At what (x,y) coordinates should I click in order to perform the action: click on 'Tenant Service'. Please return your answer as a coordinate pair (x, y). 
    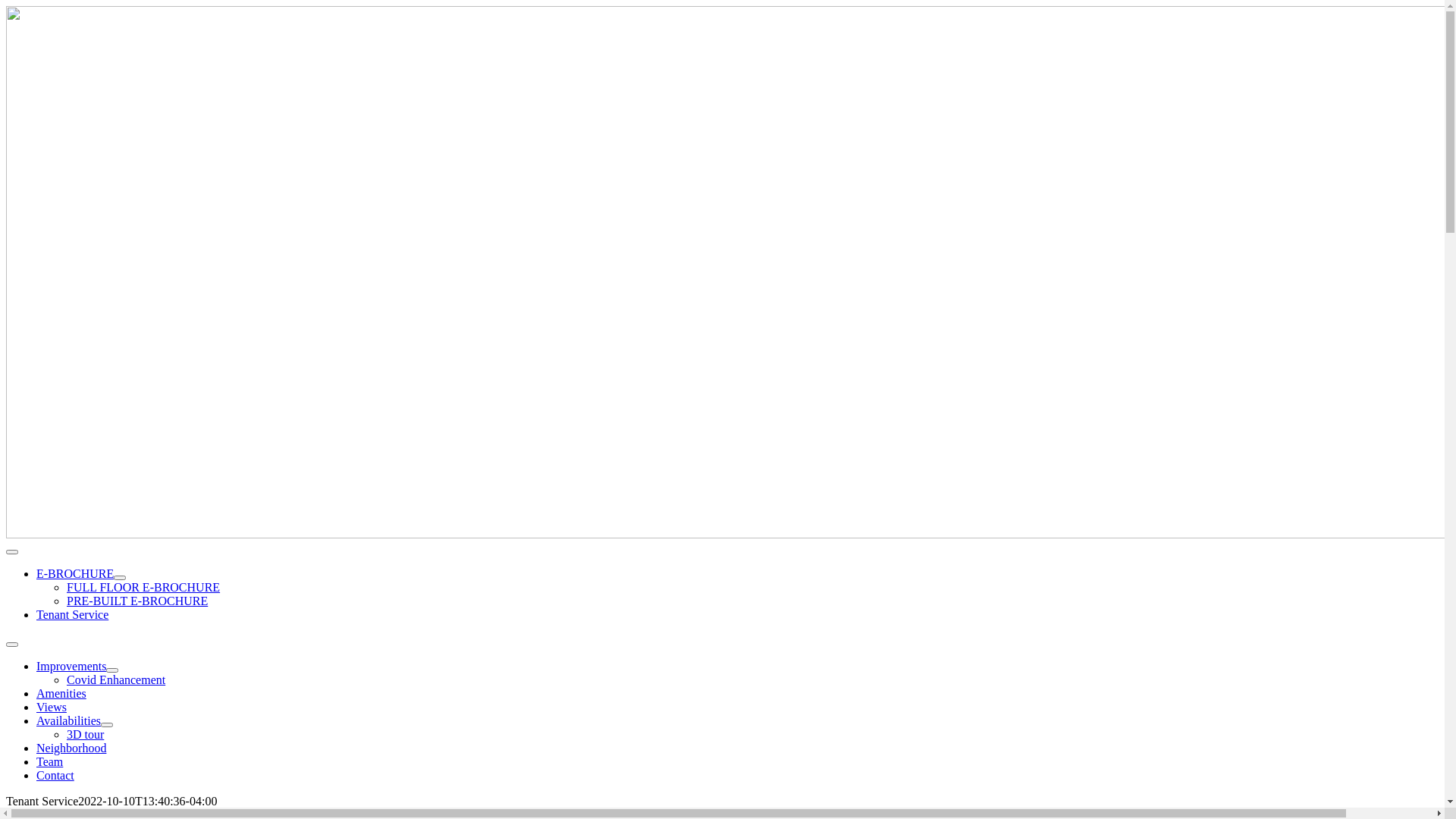
    Looking at the image, I should click on (71, 614).